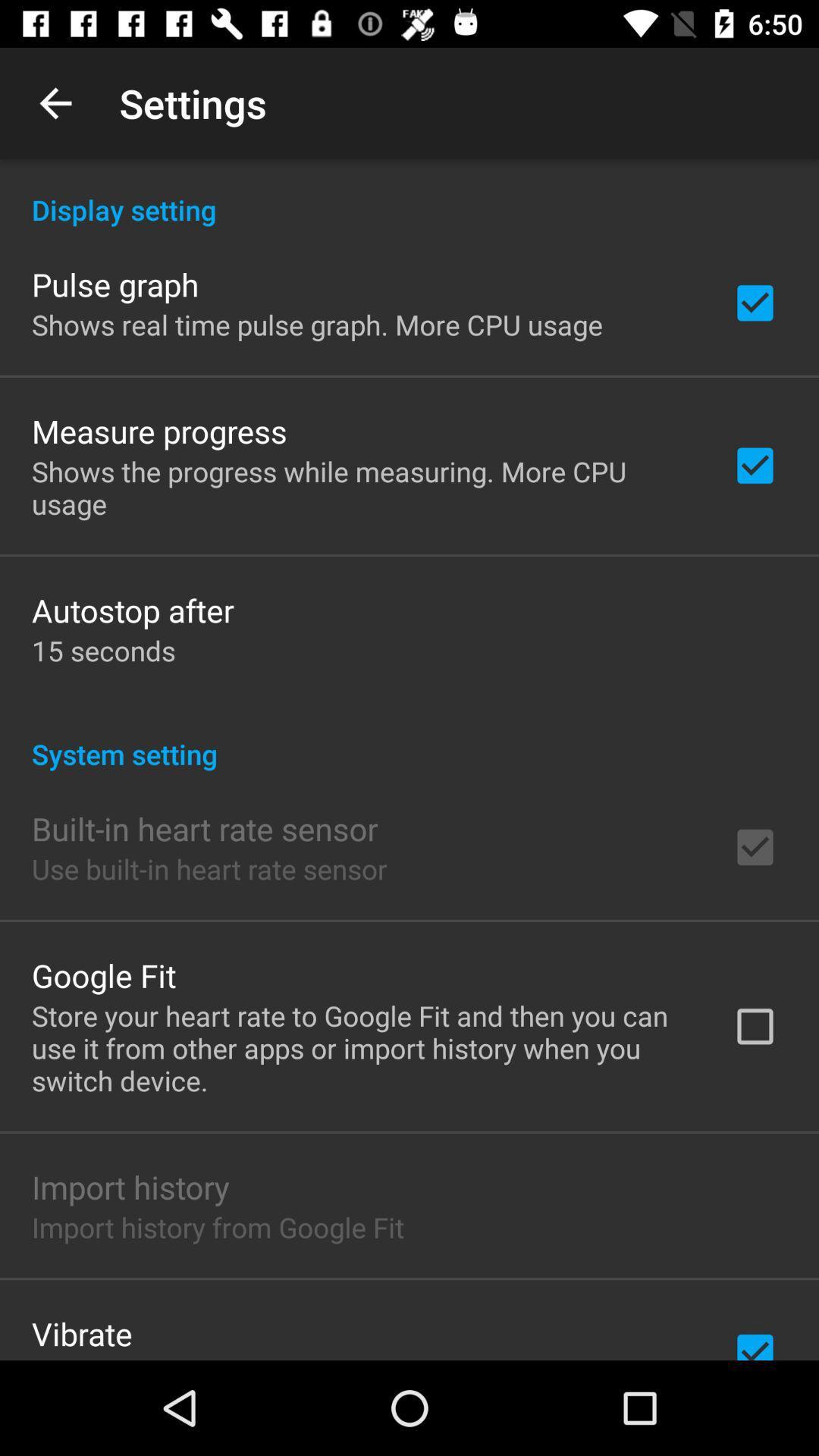  What do you see at coordinates (362, 488) in the screenshot?
I see `the shows the progress icon` at bounding box center [362, 488].